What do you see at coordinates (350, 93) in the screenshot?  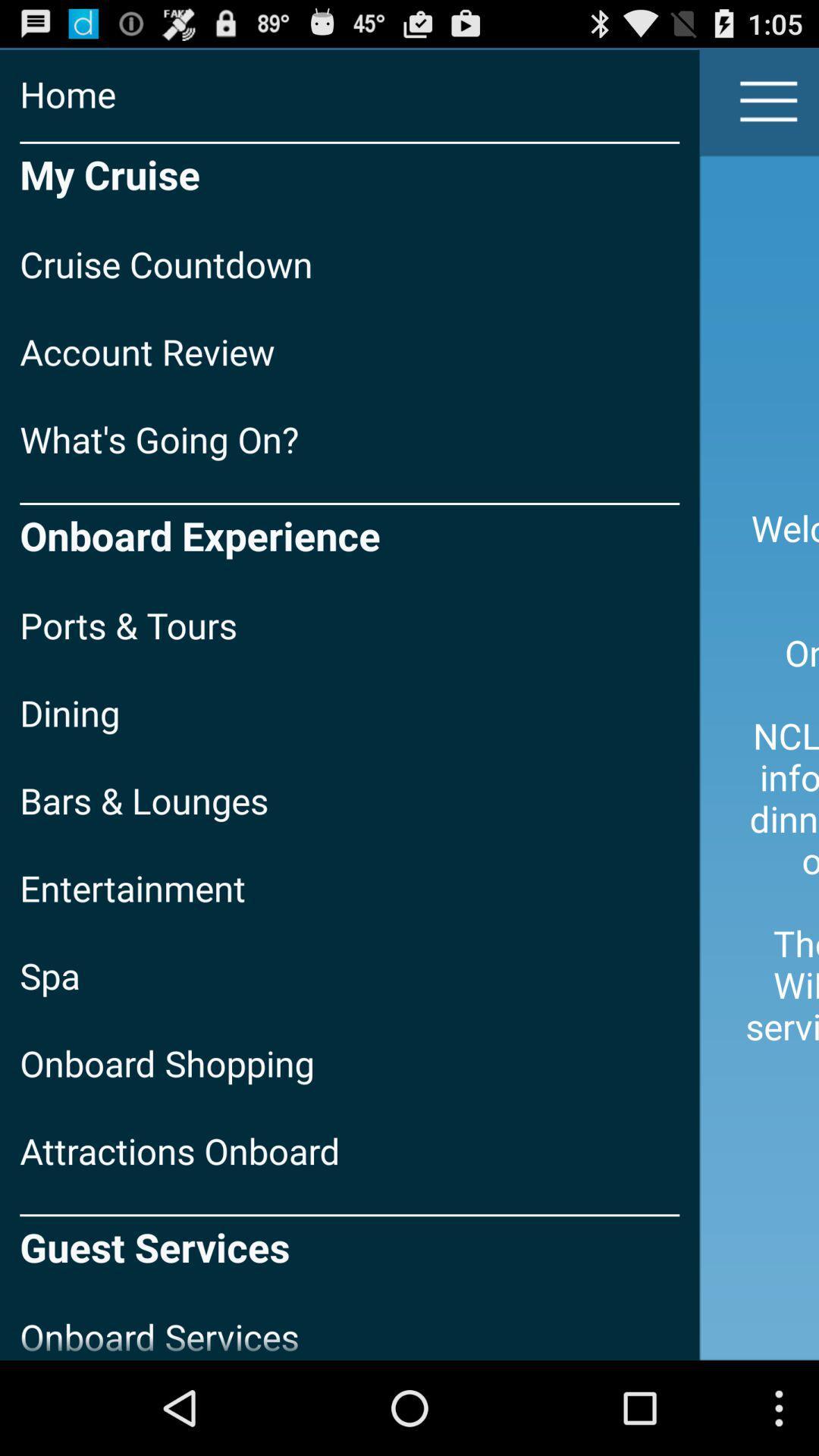 I see `home` at bounding box center [350, 93].